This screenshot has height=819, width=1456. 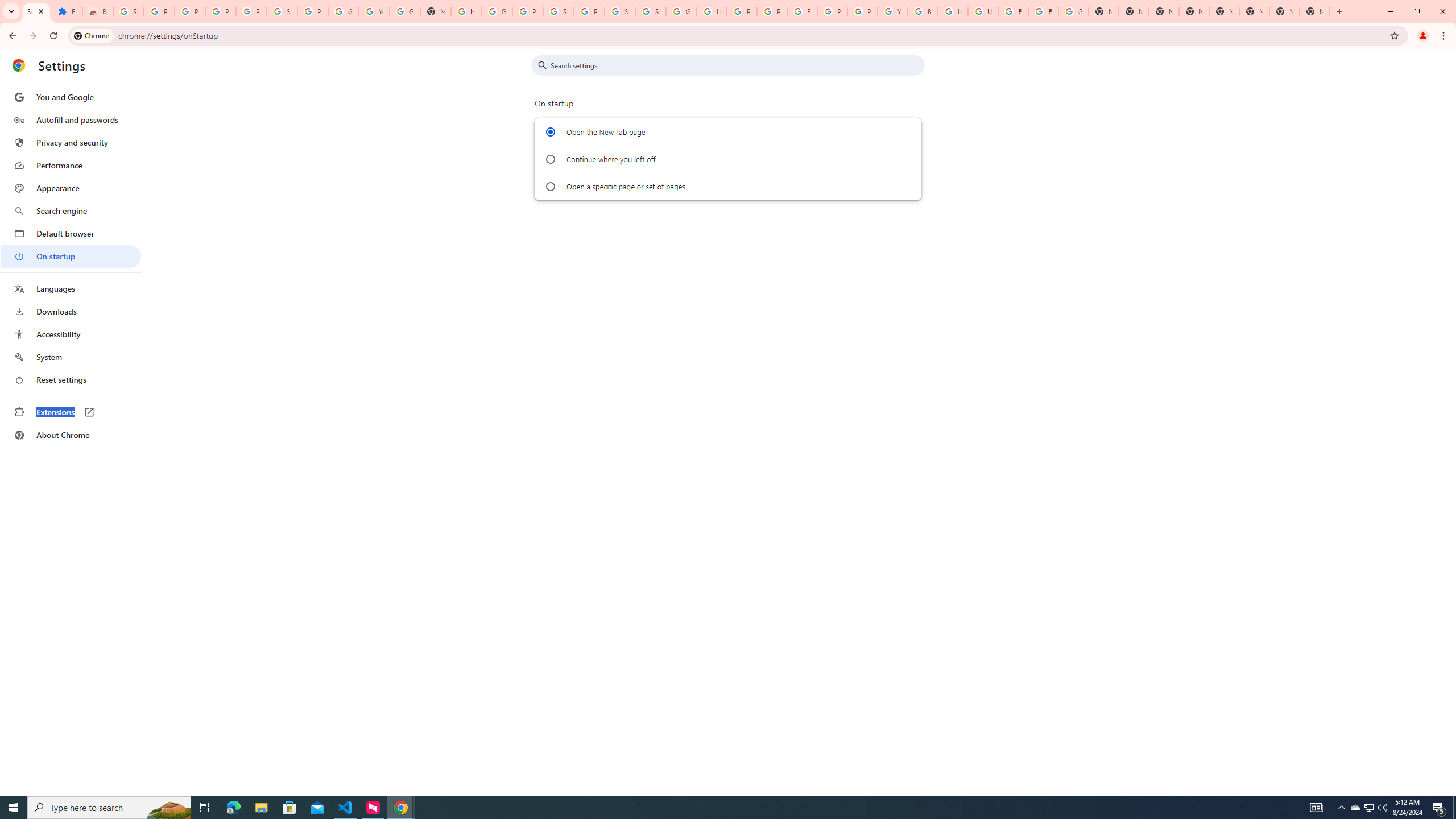 I want to click on 'Languages', so click(x=70, y=289).